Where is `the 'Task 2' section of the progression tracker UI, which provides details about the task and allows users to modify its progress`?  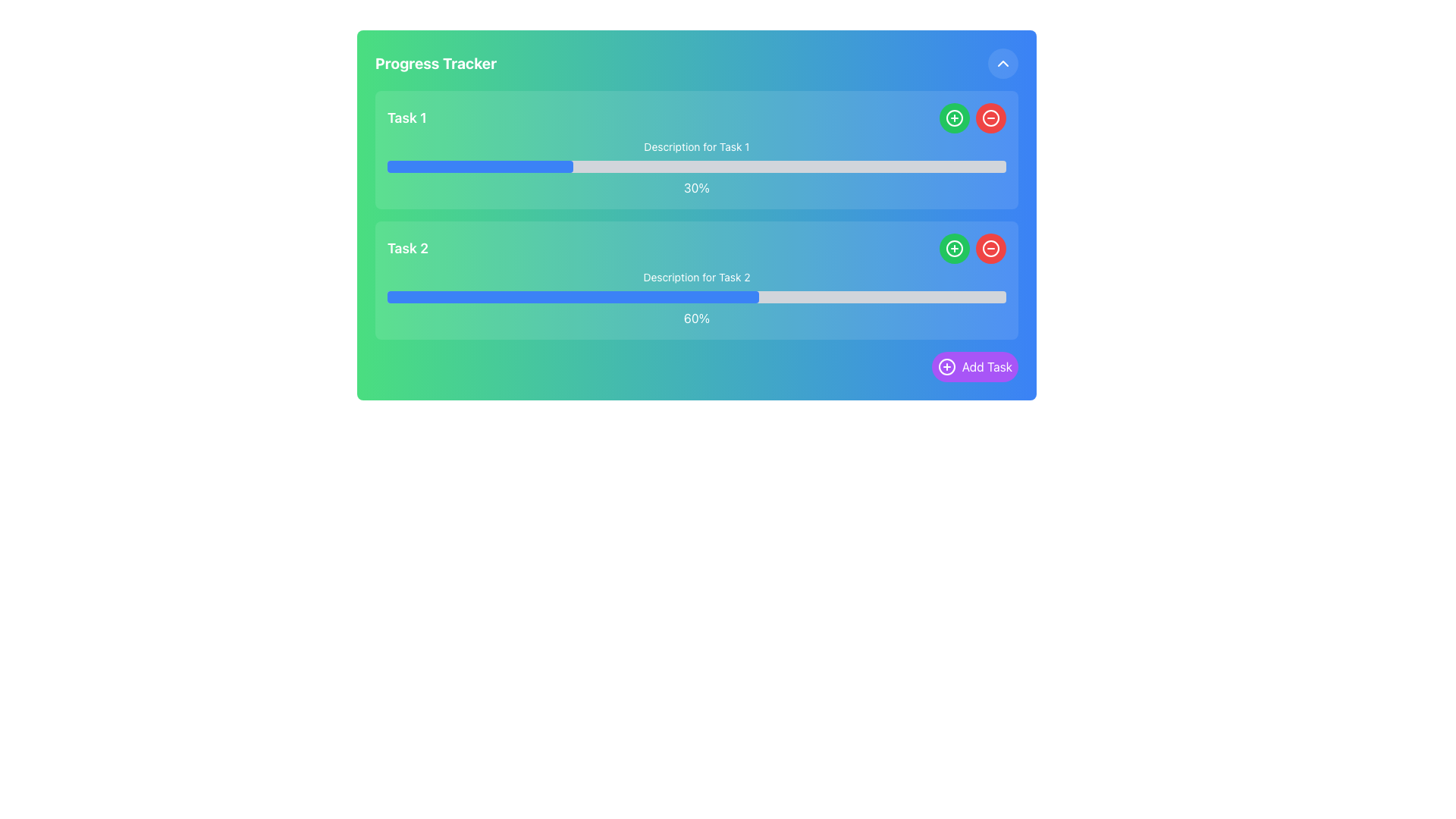 the 'Task 2' section of the progression tracker UI, which provides details about the task and allows users to modify its progress is located at coordinates (695, 281).